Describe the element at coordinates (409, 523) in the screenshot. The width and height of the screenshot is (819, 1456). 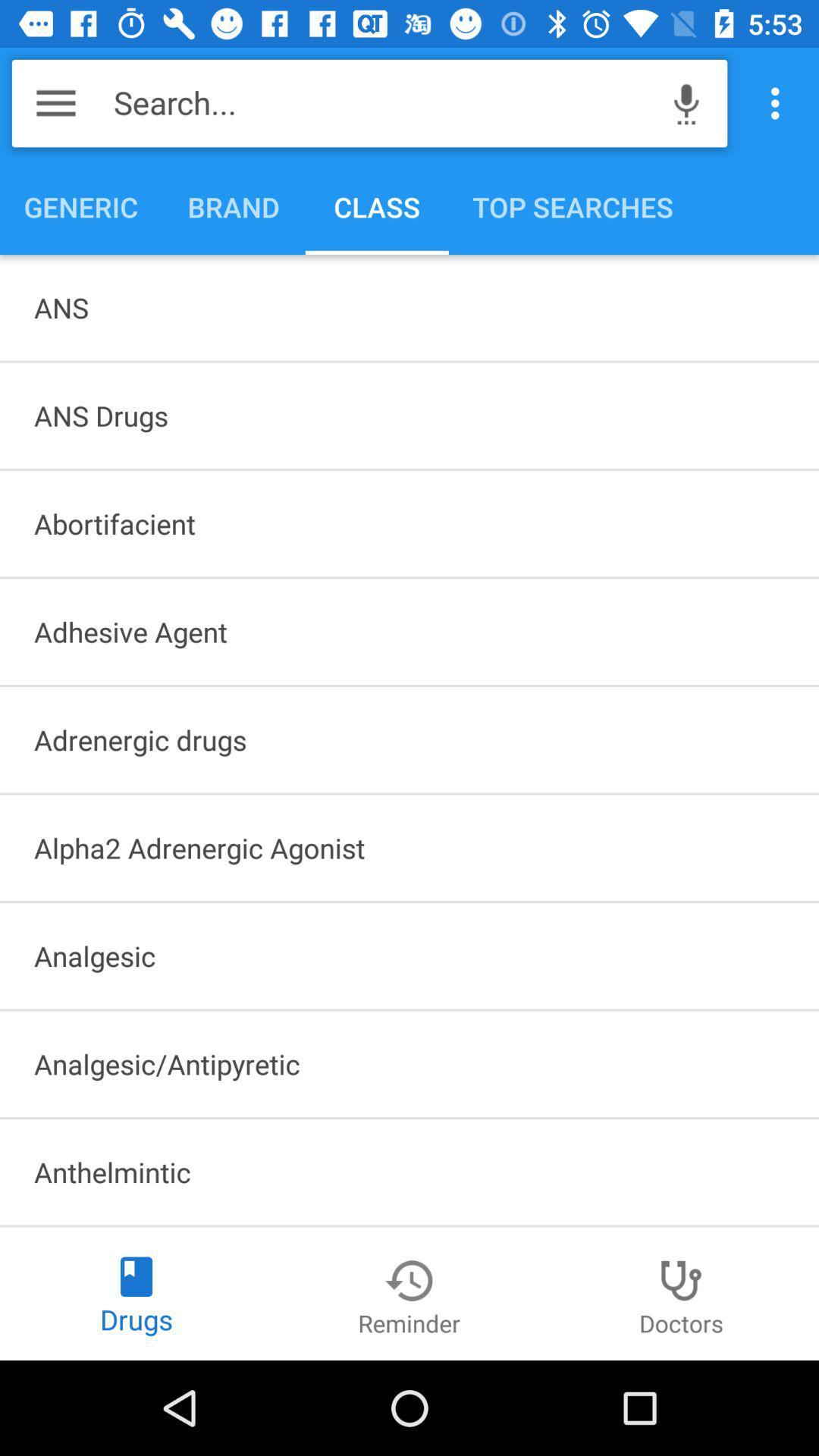
I see `abortifacient icon` at that location.